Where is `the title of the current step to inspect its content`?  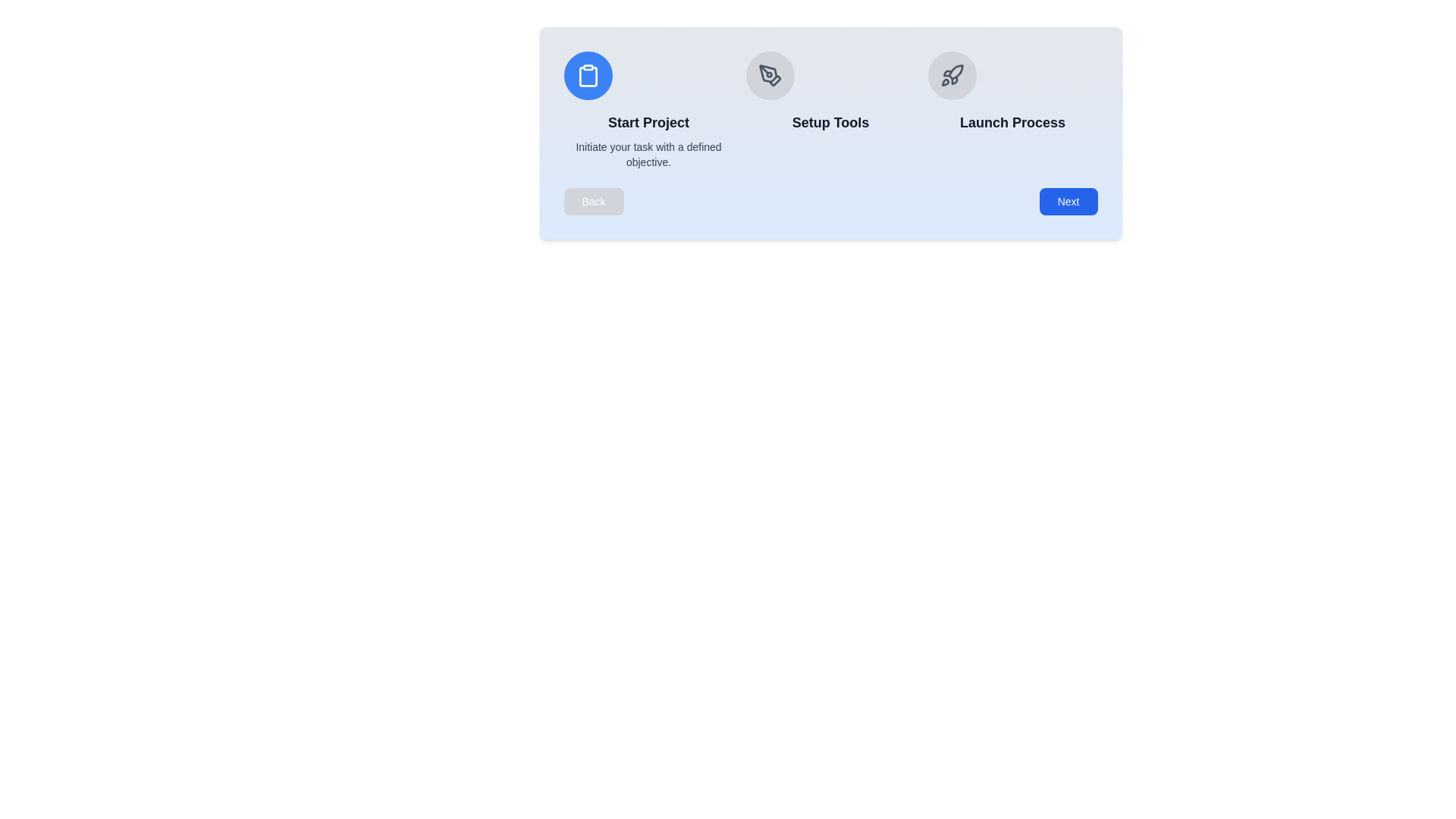 the title of the current step to inspect its content is located at coordinates (648, 122).